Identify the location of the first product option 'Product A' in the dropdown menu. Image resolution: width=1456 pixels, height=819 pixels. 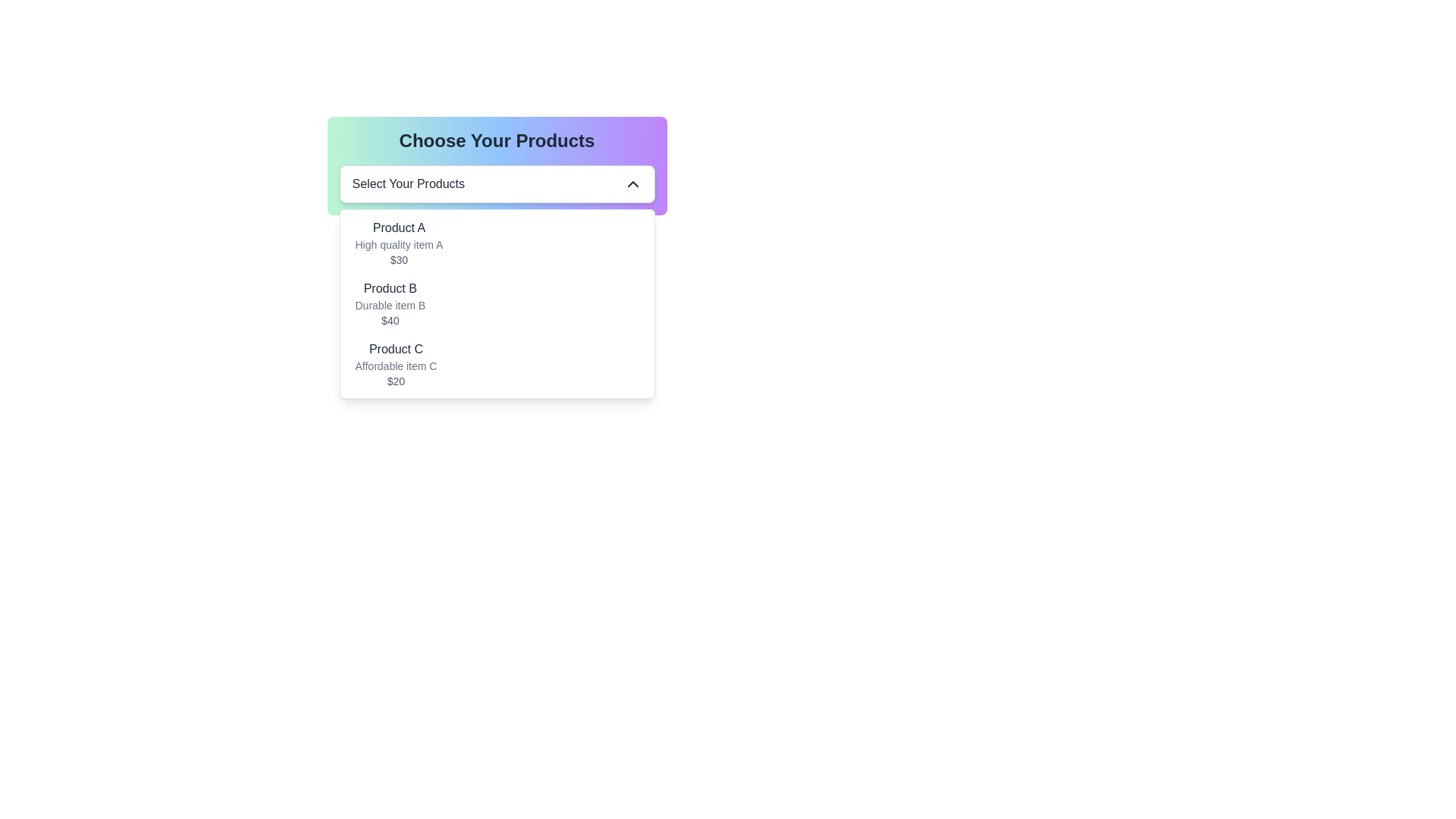
(497, 242).